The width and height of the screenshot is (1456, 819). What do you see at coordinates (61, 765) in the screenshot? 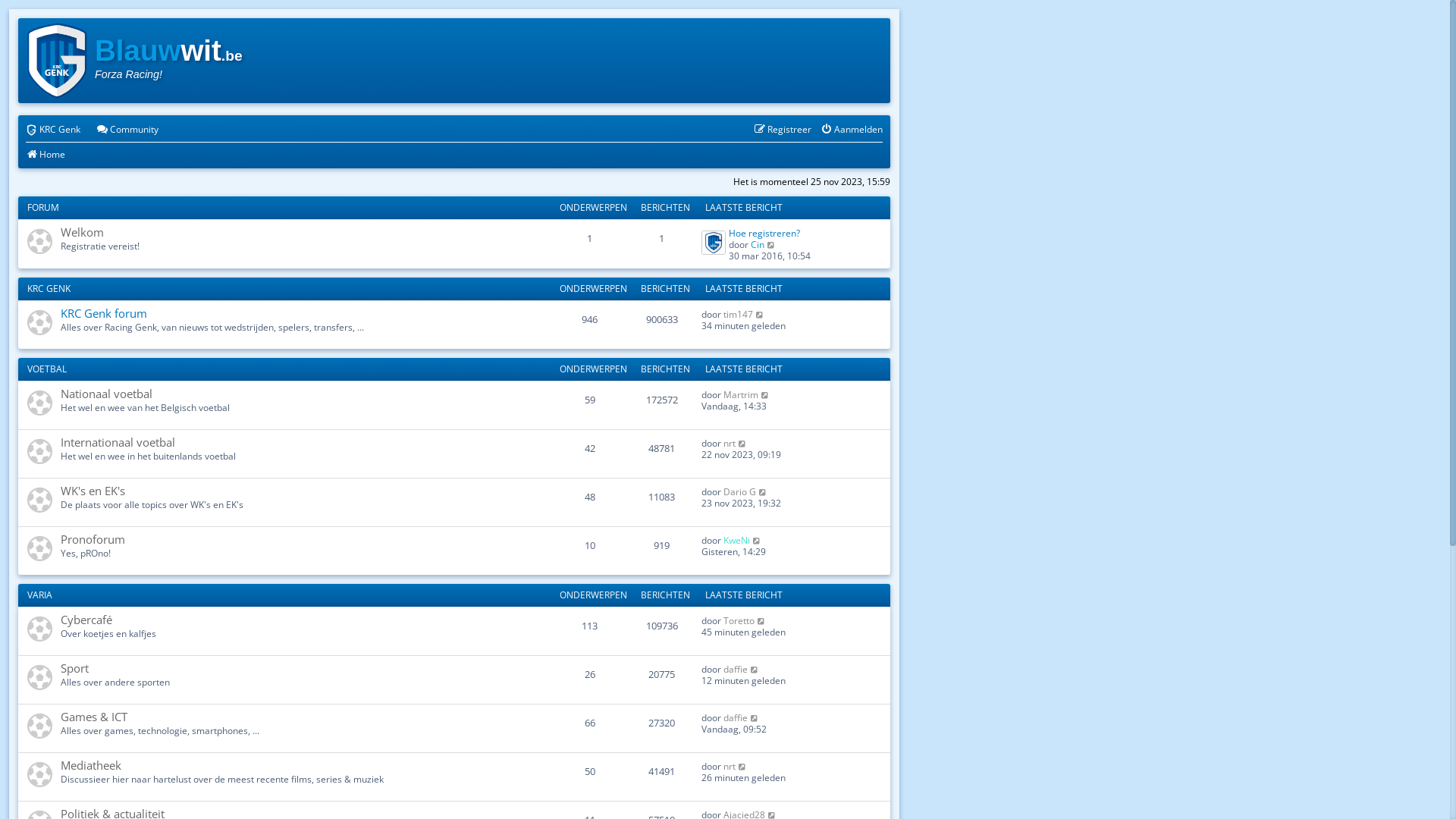
I see `'Mediatheek'` at bounding box center [61, 765].